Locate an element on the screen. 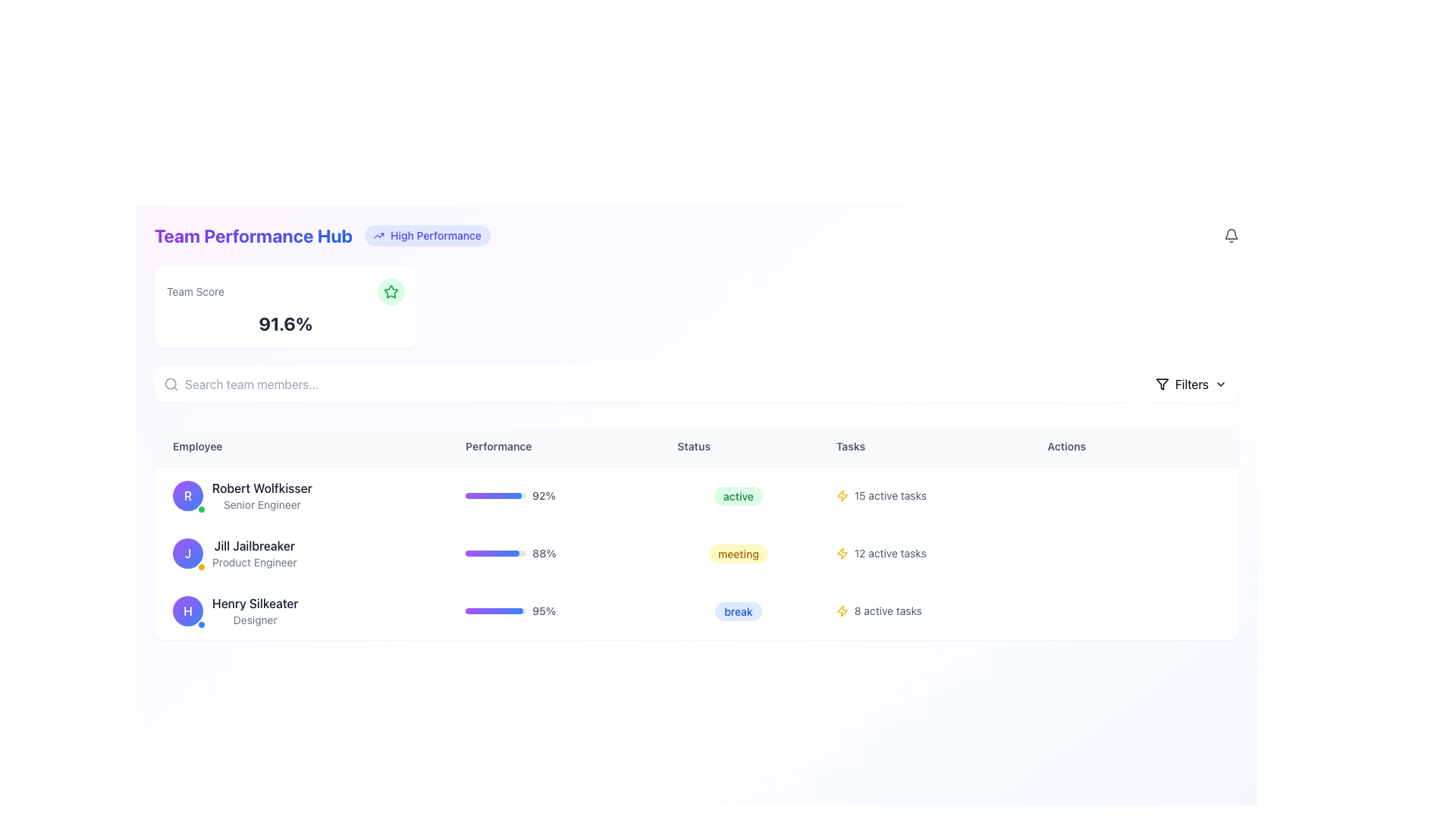  the first interactive button in the 'Actions' column of the third row of the table is located at coordinates (1059, 610).